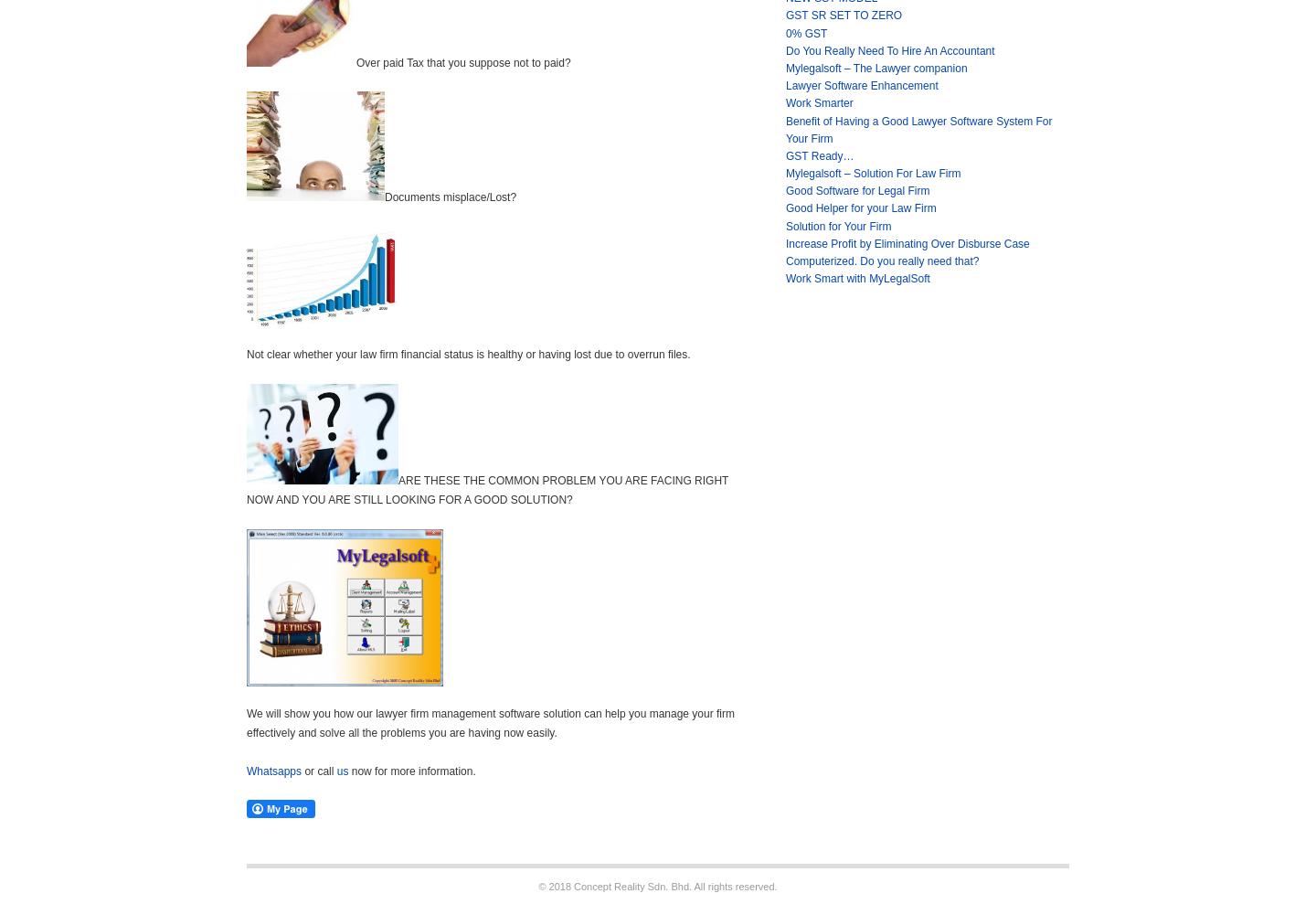 The image size is (1316, 904). What do you see at coordinates (889, 48) in the screenshot?
I see `'Do You Really Need To Hire An Accountant'` at bounding box center [889, 48].